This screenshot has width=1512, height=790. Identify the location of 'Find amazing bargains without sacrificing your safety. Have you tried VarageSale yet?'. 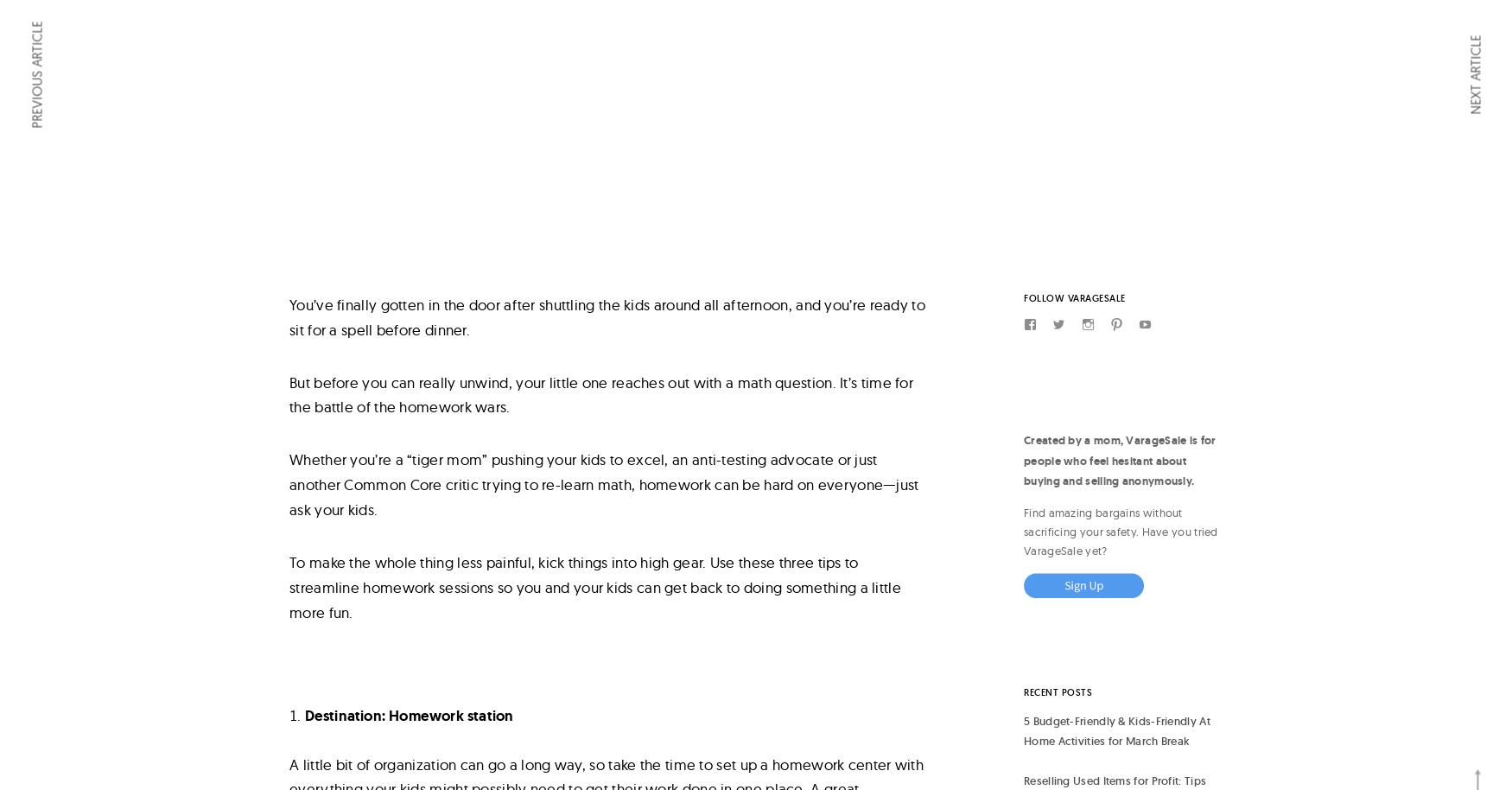
(1022, 530).